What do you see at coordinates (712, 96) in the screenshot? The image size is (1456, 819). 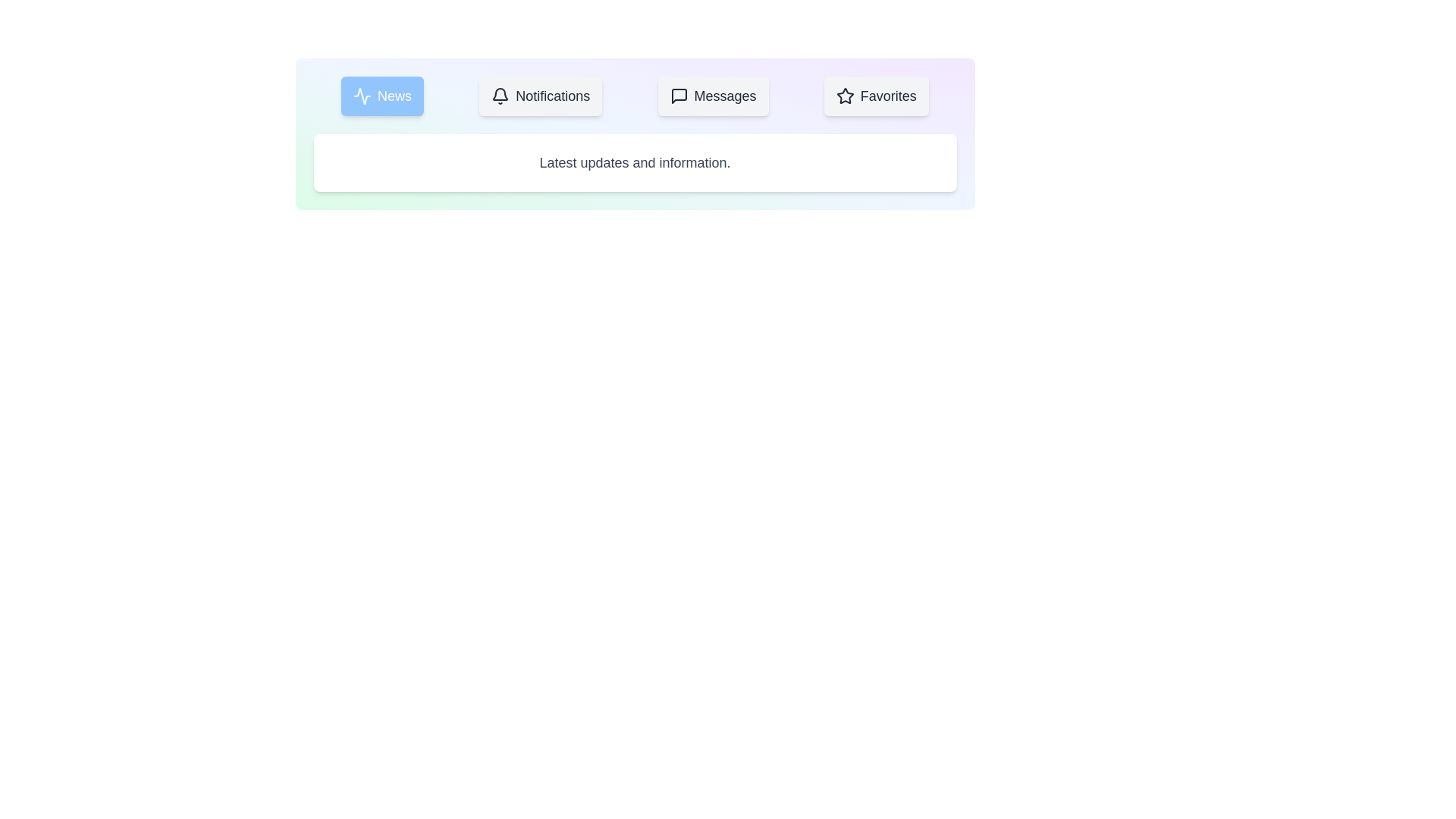 I see `the tab with the label Messages` at bounding box center [712, 96].